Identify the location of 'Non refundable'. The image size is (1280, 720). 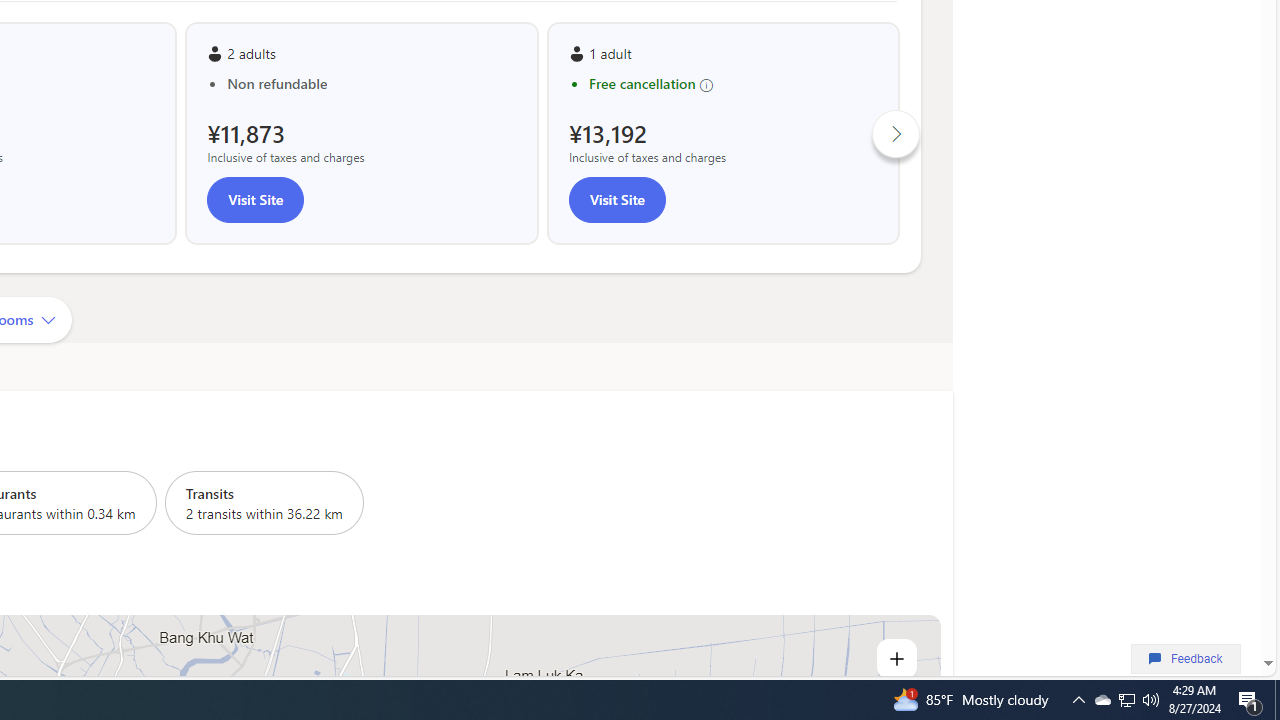
(371, 82).